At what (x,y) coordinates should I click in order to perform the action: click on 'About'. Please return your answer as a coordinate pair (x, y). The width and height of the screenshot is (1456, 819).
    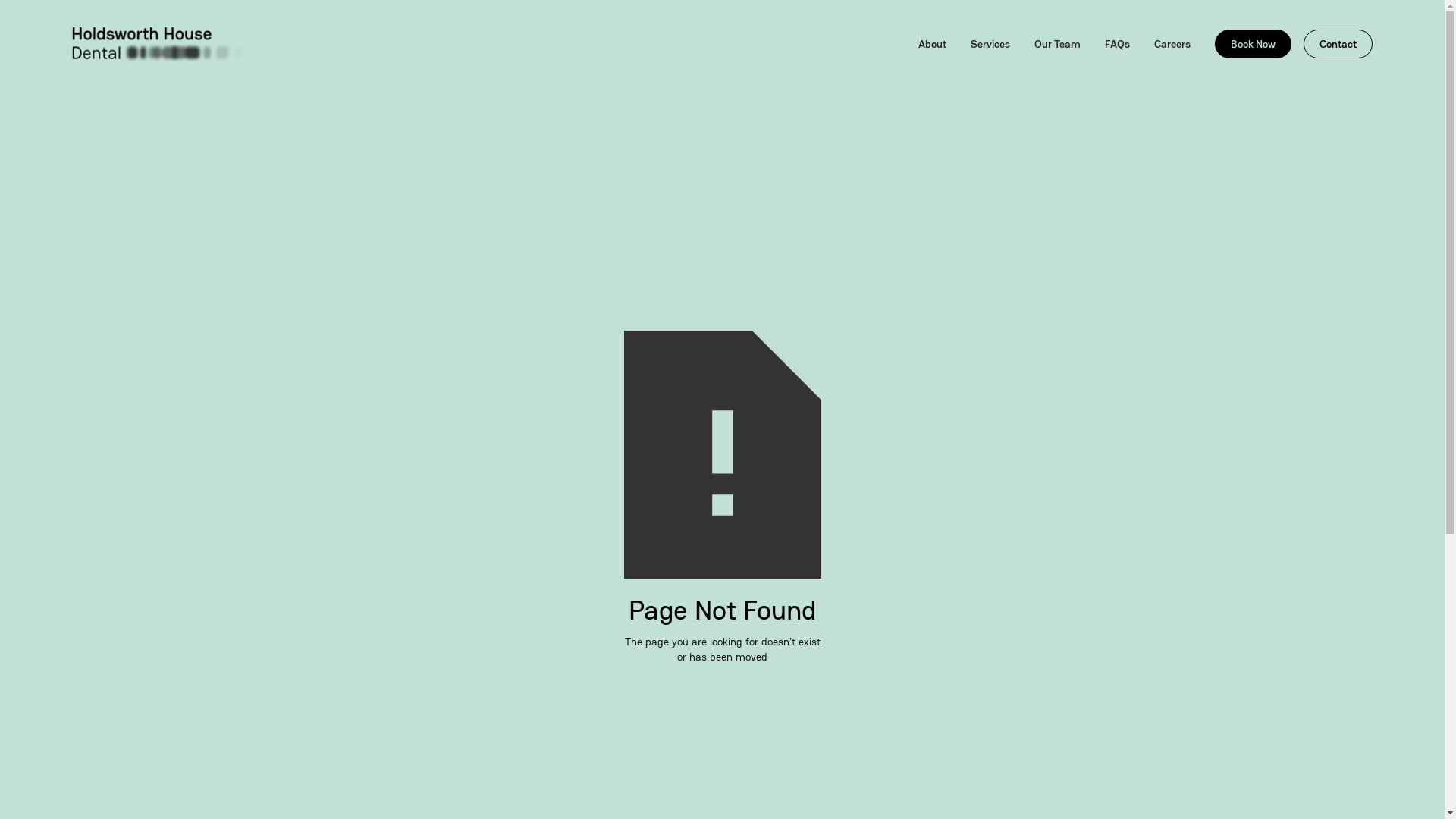
    Looking at the image, I should click on (931, 42).